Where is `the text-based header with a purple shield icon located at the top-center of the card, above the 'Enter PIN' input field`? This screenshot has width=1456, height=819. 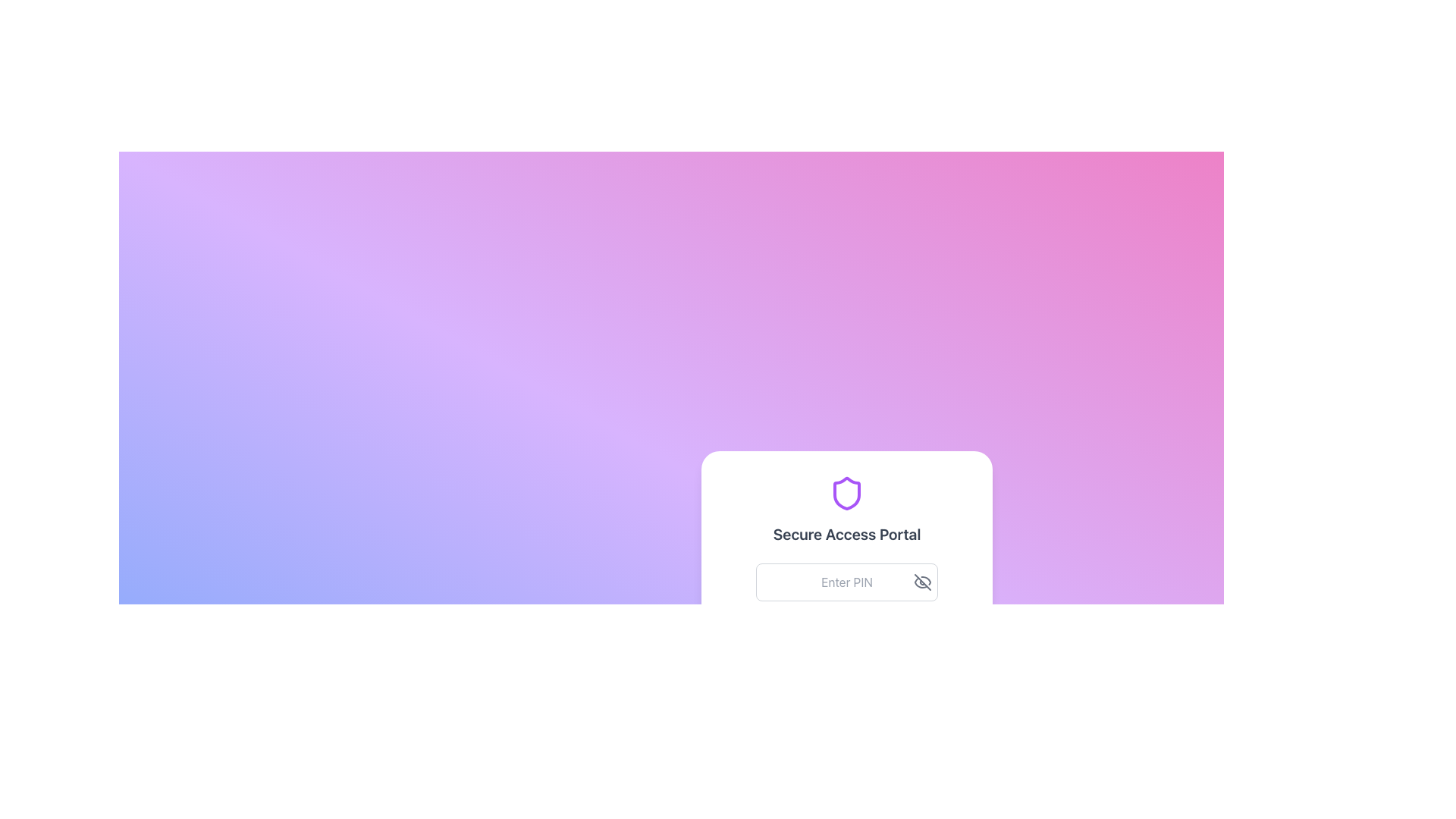
the text-based header with a purple shield icon located at the top-center of the card, above the 'Enter PIN' input field is located at coordinates (846, 510).